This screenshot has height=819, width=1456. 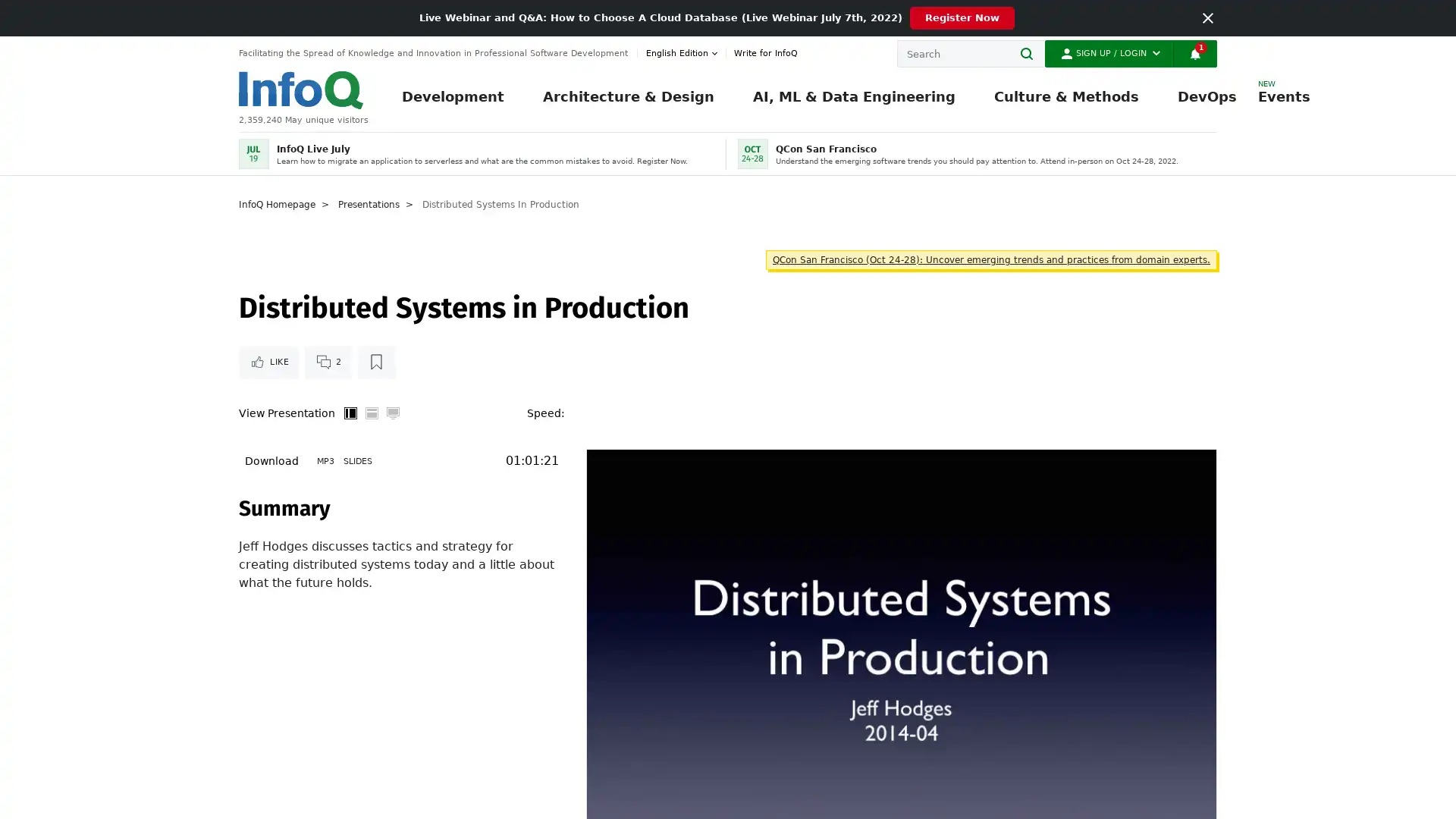 I want to click on Search, so click(x=1031, y=52).